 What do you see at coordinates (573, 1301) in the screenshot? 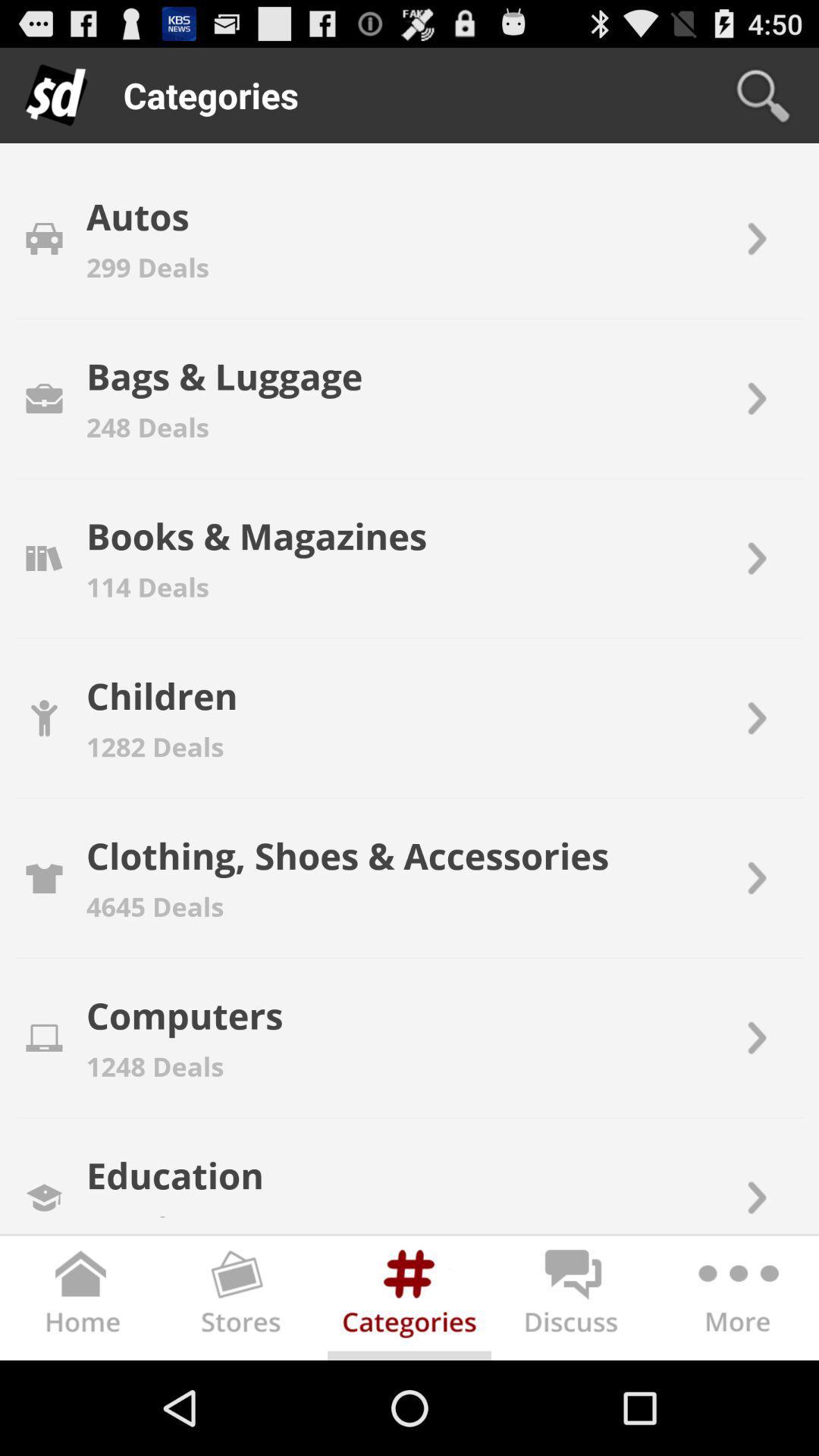
I see `open discussion` at bounding box center [573, 1301].